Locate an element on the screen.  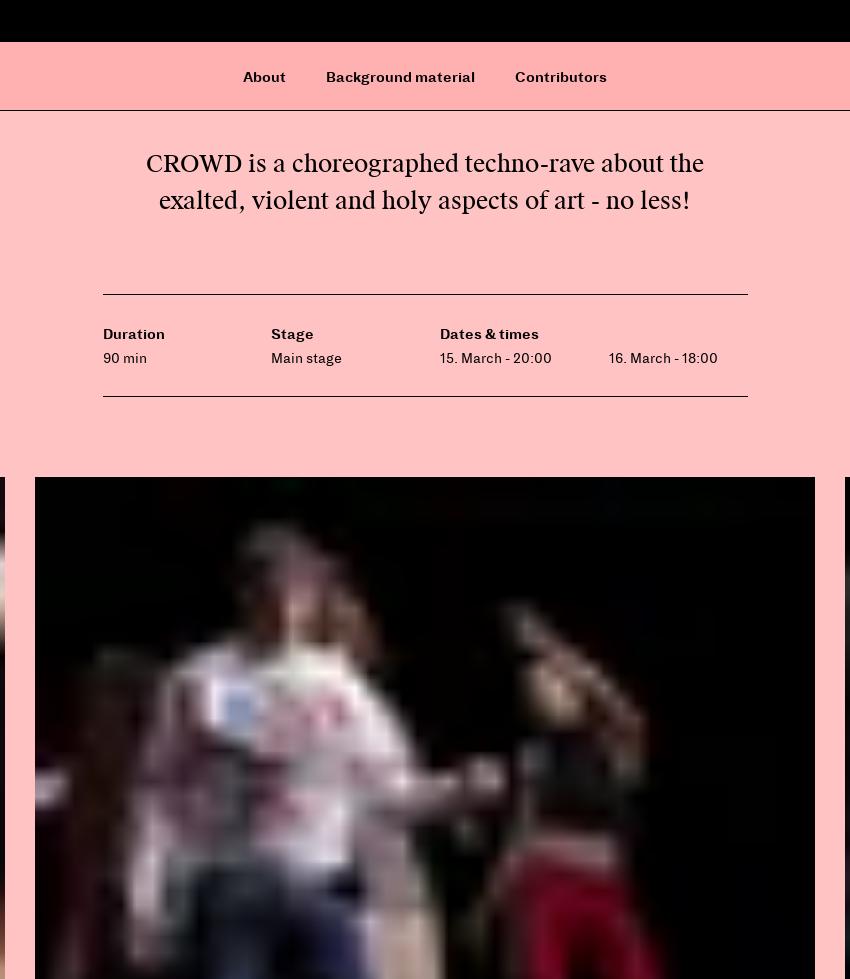
'15. March - 20:00' is located at coordinates (438, 357).